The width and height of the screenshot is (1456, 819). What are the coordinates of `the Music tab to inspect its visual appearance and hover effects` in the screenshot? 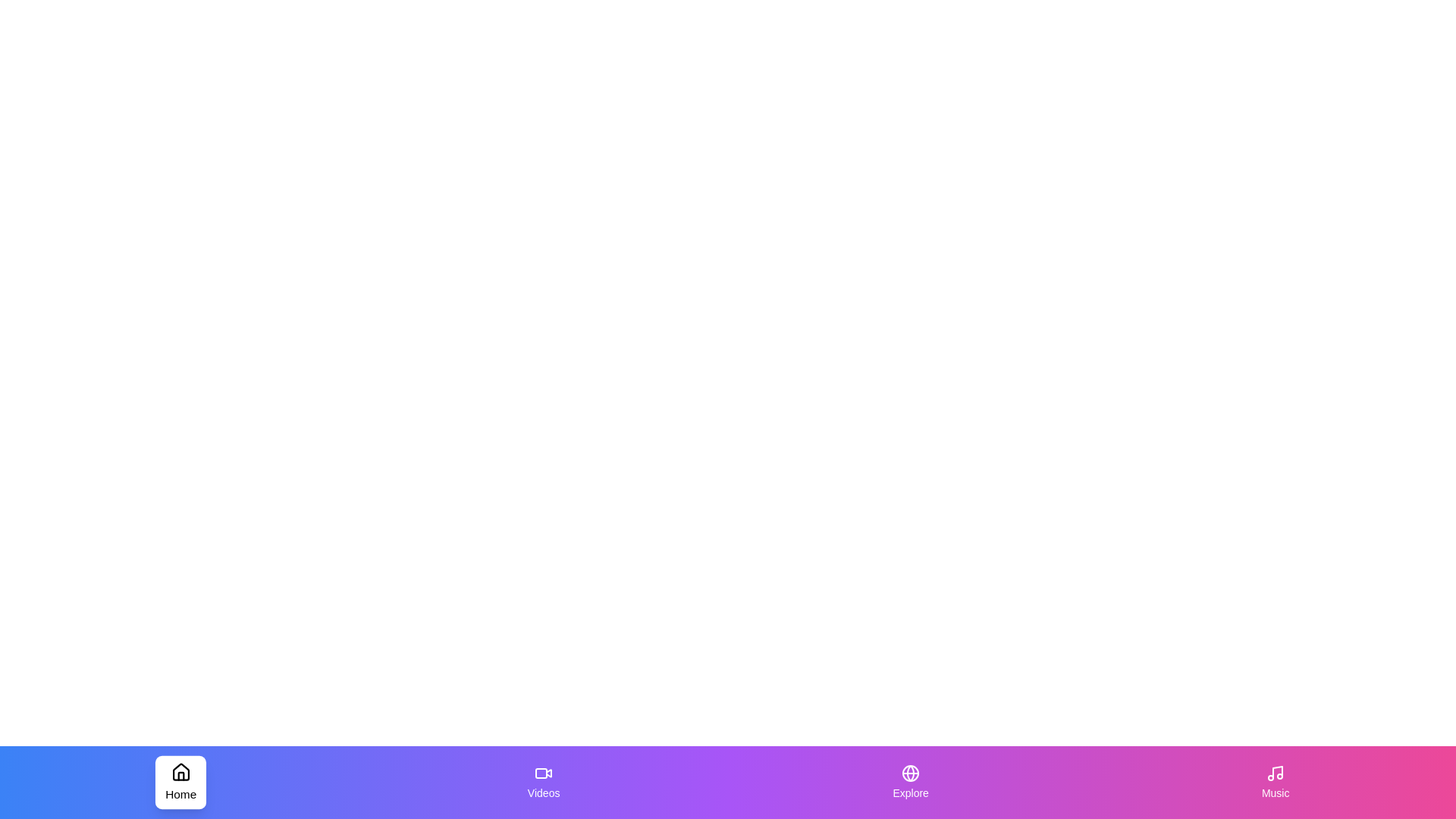 It's located at (1274, 783).